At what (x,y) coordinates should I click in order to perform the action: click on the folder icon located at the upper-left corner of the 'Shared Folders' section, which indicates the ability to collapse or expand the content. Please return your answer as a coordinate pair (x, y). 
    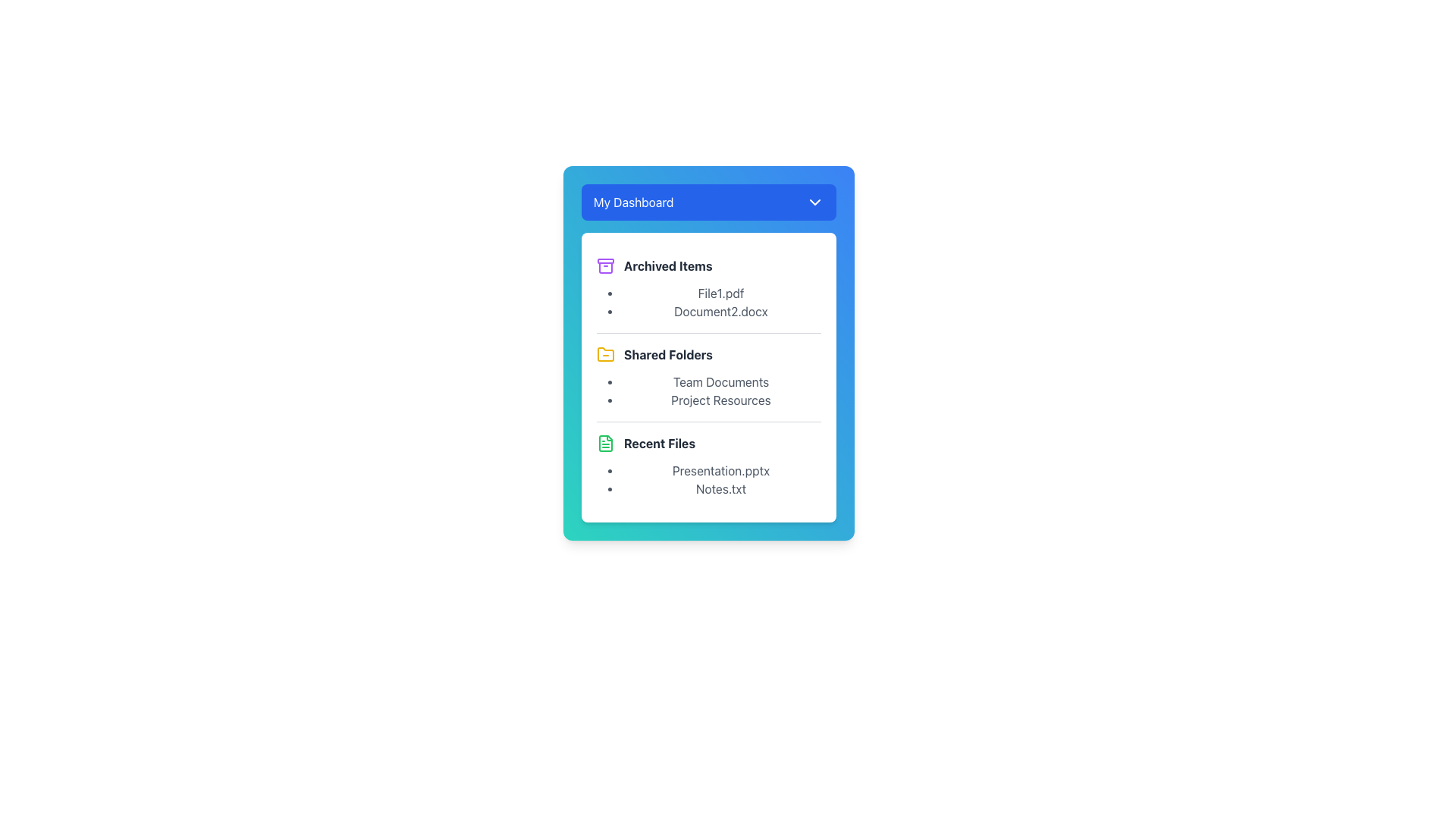
    Looking at the image, I should click on (604, 354).